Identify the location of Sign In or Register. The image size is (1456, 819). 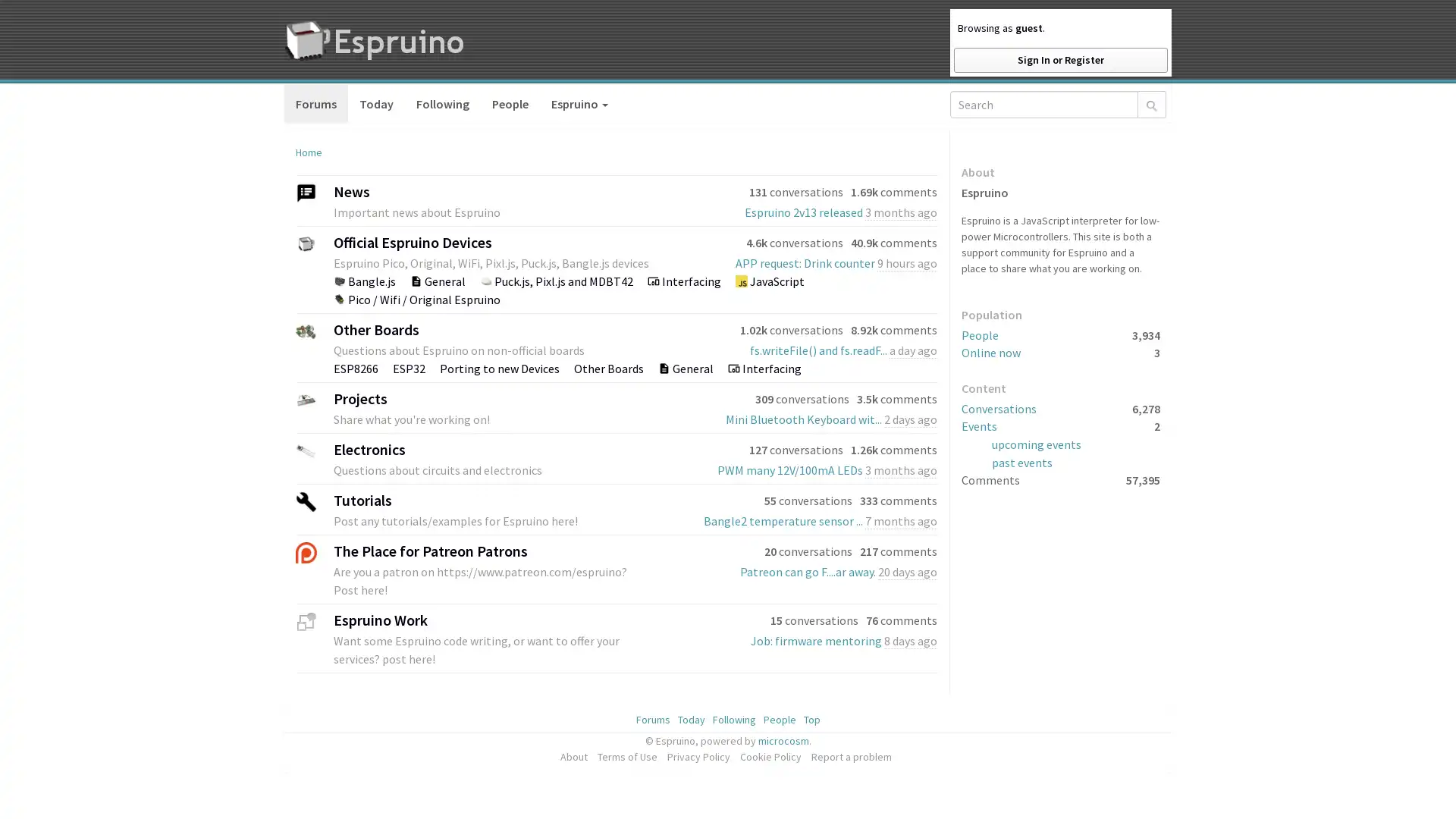
(1059, 59).